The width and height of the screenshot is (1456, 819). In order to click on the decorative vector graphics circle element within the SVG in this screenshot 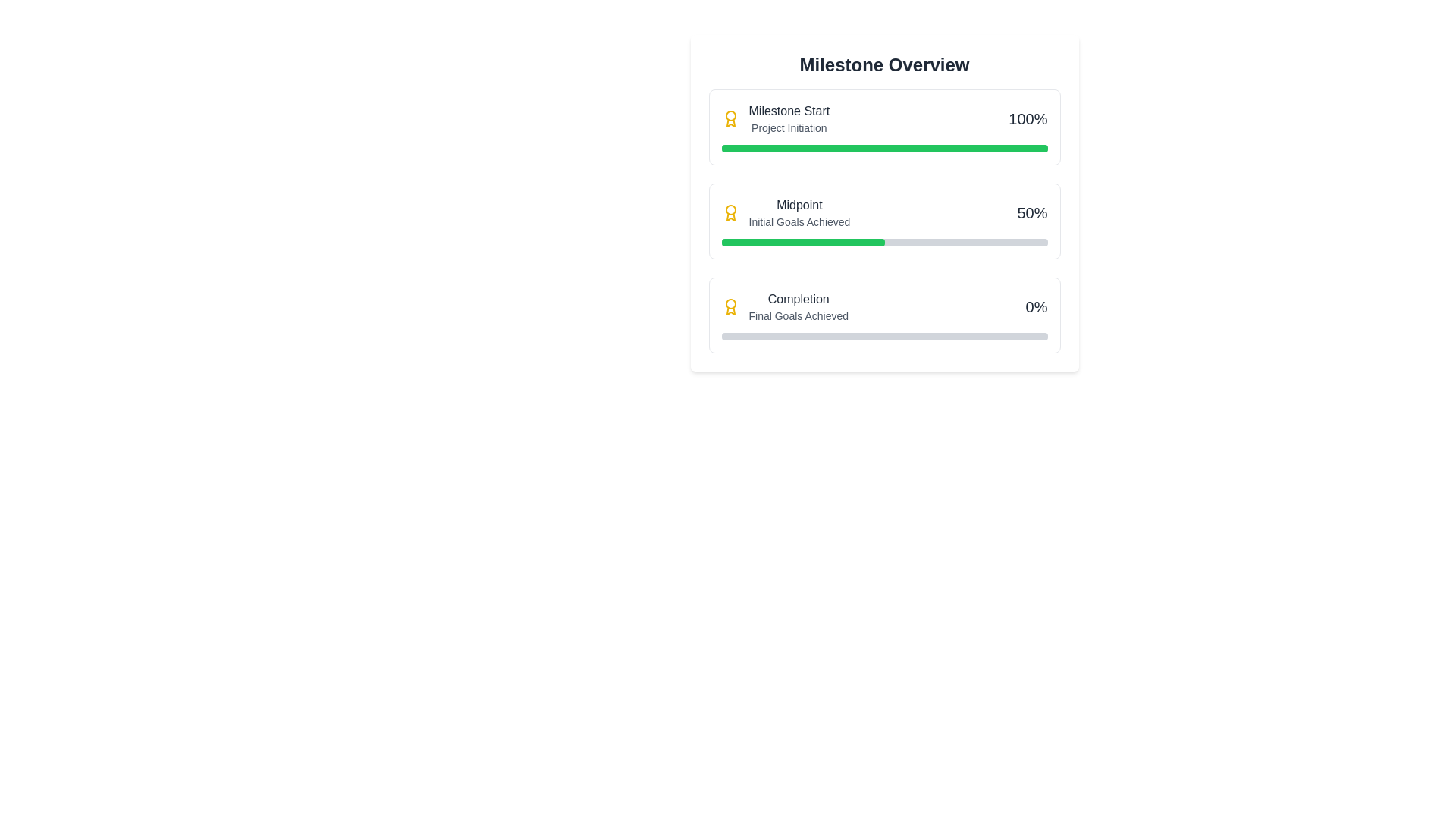, I will do `click(730, 210)`.